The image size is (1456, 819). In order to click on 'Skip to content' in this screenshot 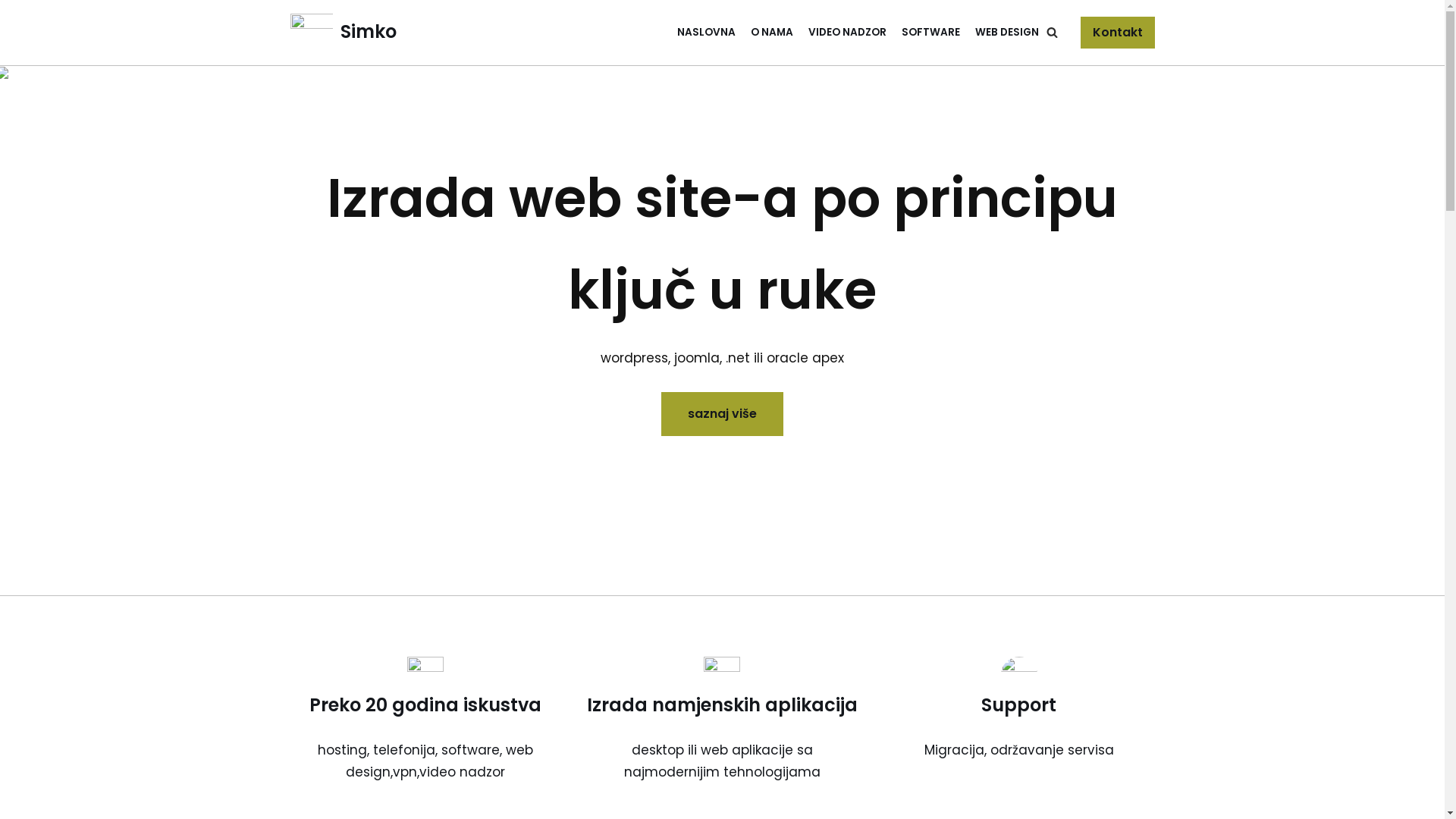, I will do `click(11, 32)`.